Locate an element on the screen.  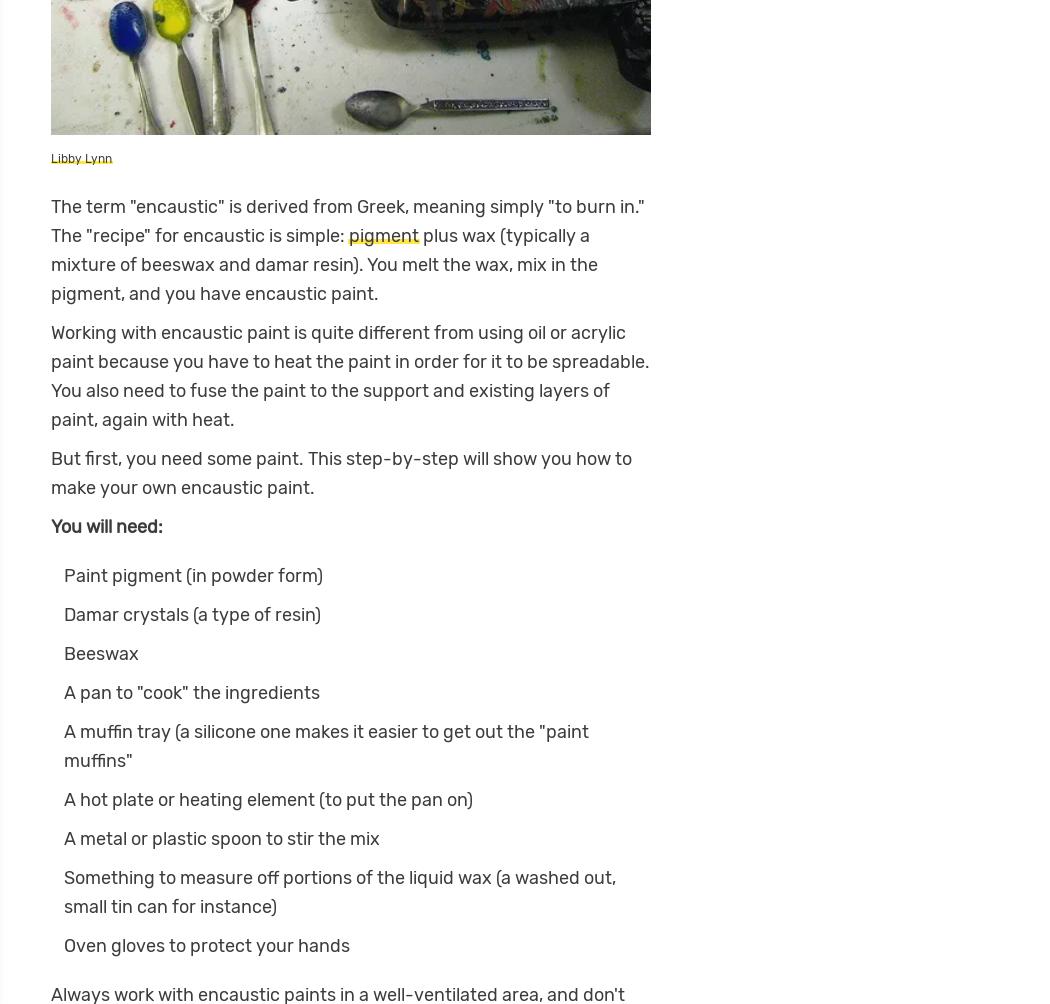
'Libby Lynn' is located at coordinates (50, 158).